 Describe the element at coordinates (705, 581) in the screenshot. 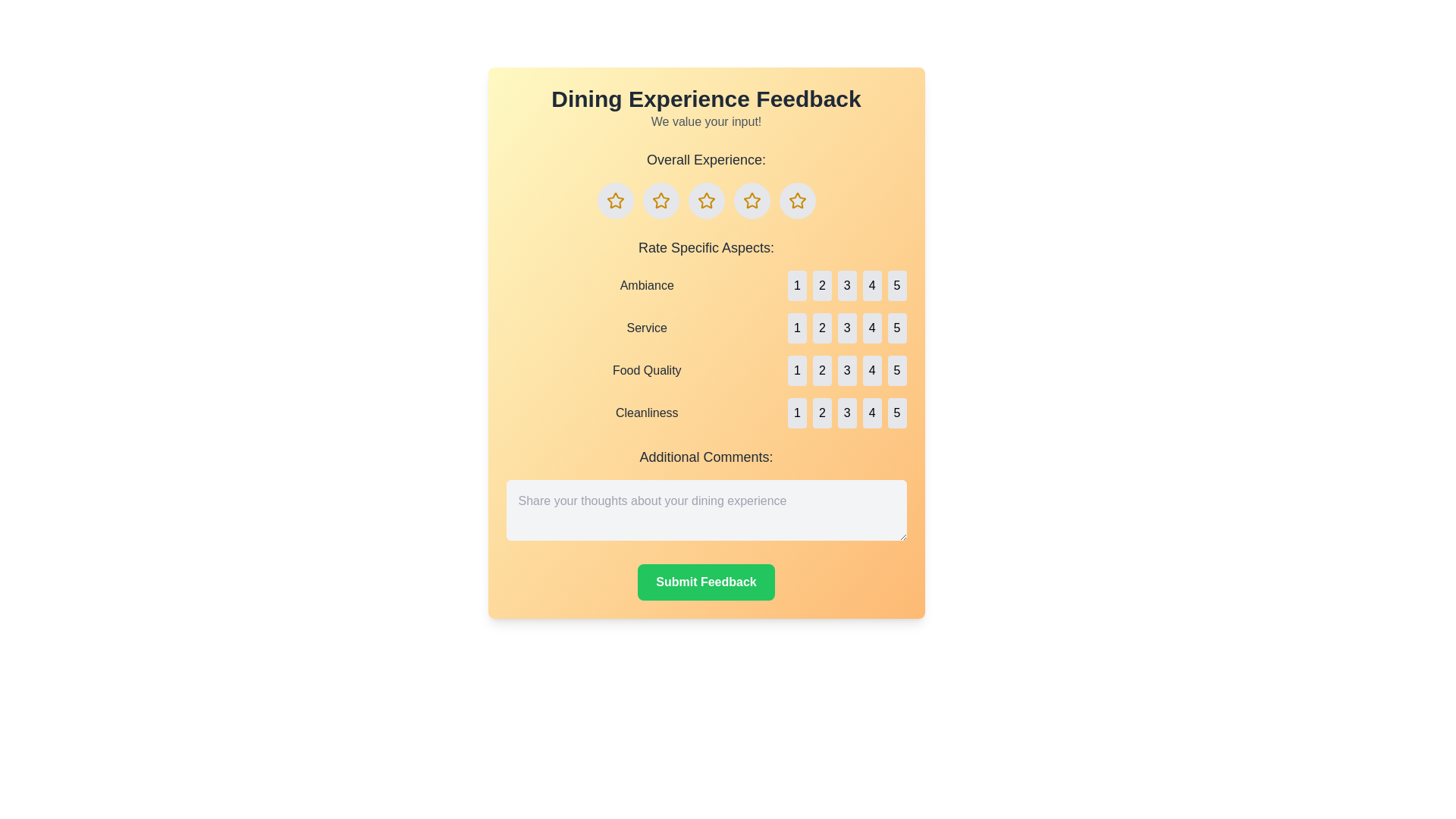

I see `the 'Submit Feedback' button, which is centrally aligned at the bottom of the feedback submission form and has a green background that changes to a darker shade when hovered over` at that location.